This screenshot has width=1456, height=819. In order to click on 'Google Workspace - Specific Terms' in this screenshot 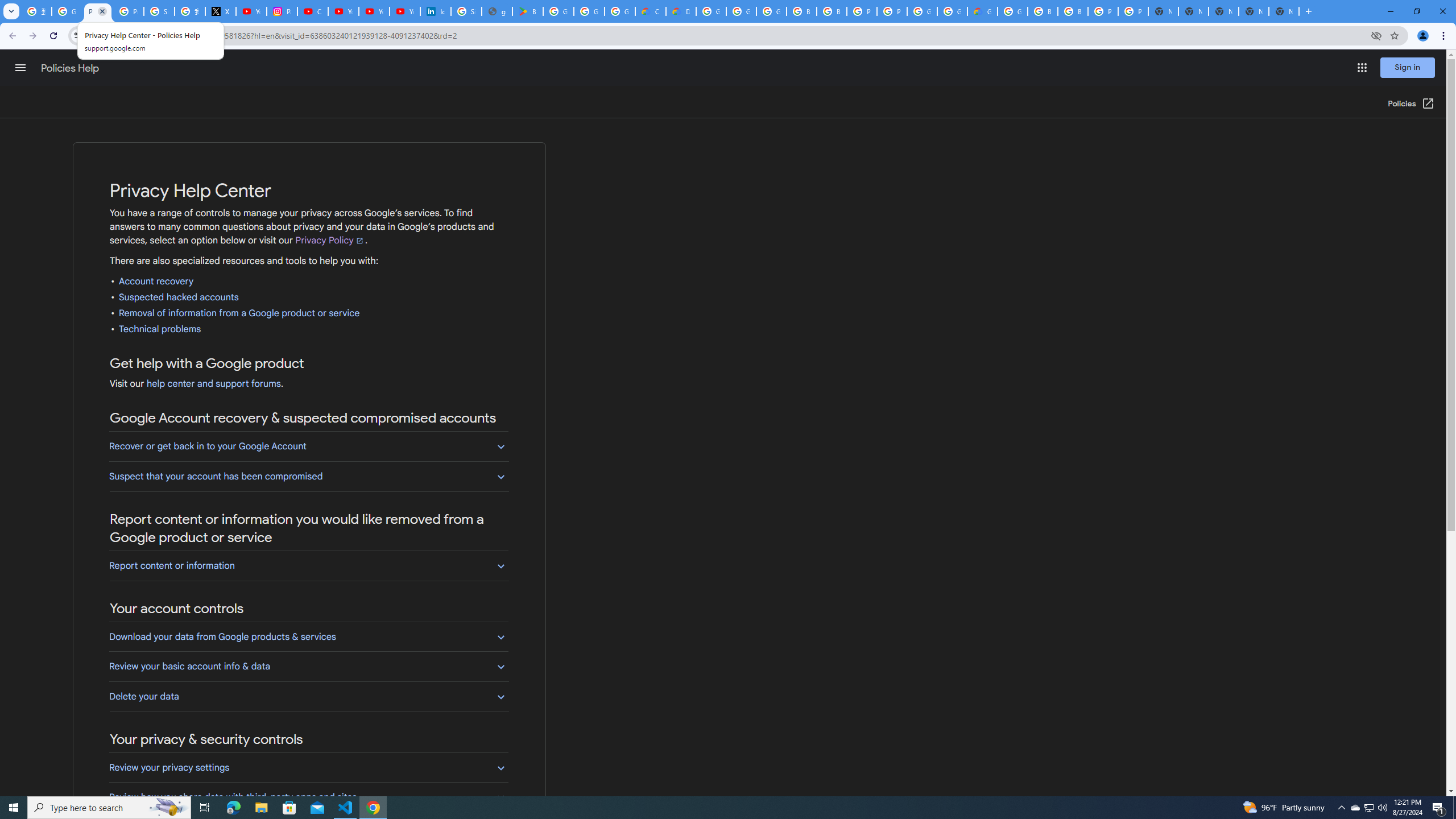, I will do `click(619, 11)`.